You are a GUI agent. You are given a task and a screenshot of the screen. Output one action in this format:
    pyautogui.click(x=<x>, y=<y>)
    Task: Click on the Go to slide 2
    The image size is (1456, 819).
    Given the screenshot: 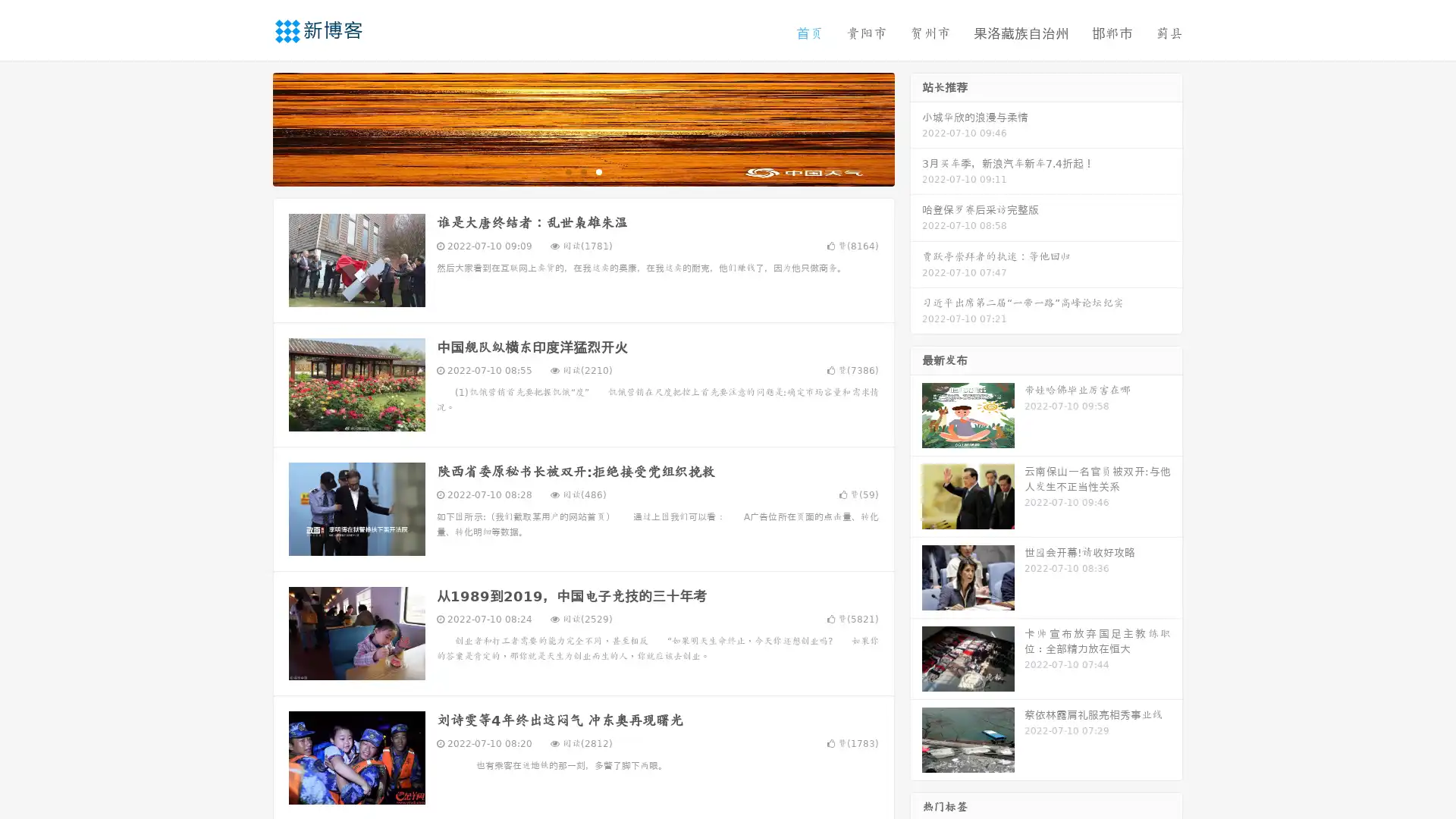 What is the action you would take?
    pyautogui.click(x=582, y=171)
    